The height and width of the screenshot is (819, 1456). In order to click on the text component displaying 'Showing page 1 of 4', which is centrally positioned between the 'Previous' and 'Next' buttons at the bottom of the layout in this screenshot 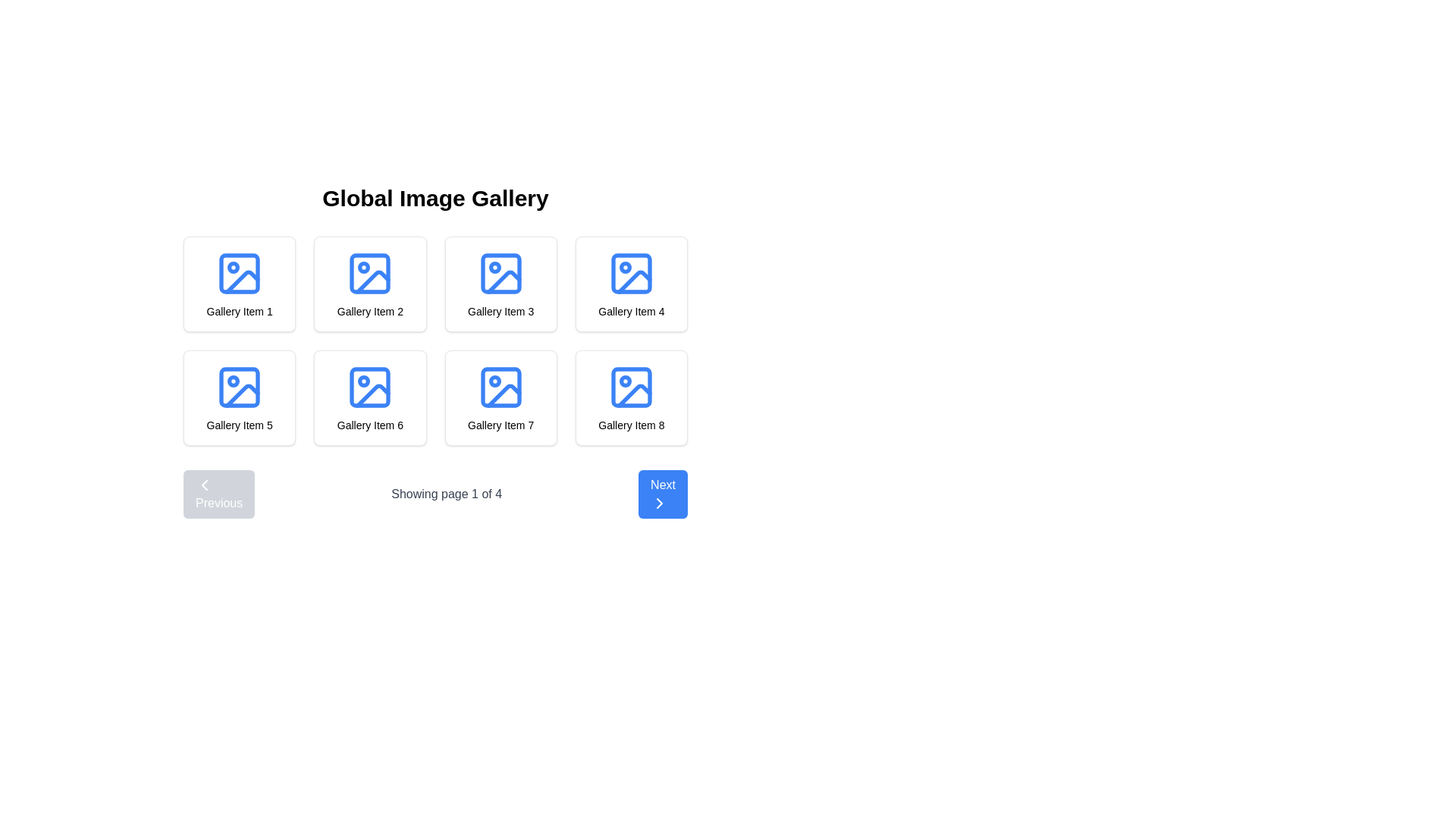, I will do `click(435, 494)`.